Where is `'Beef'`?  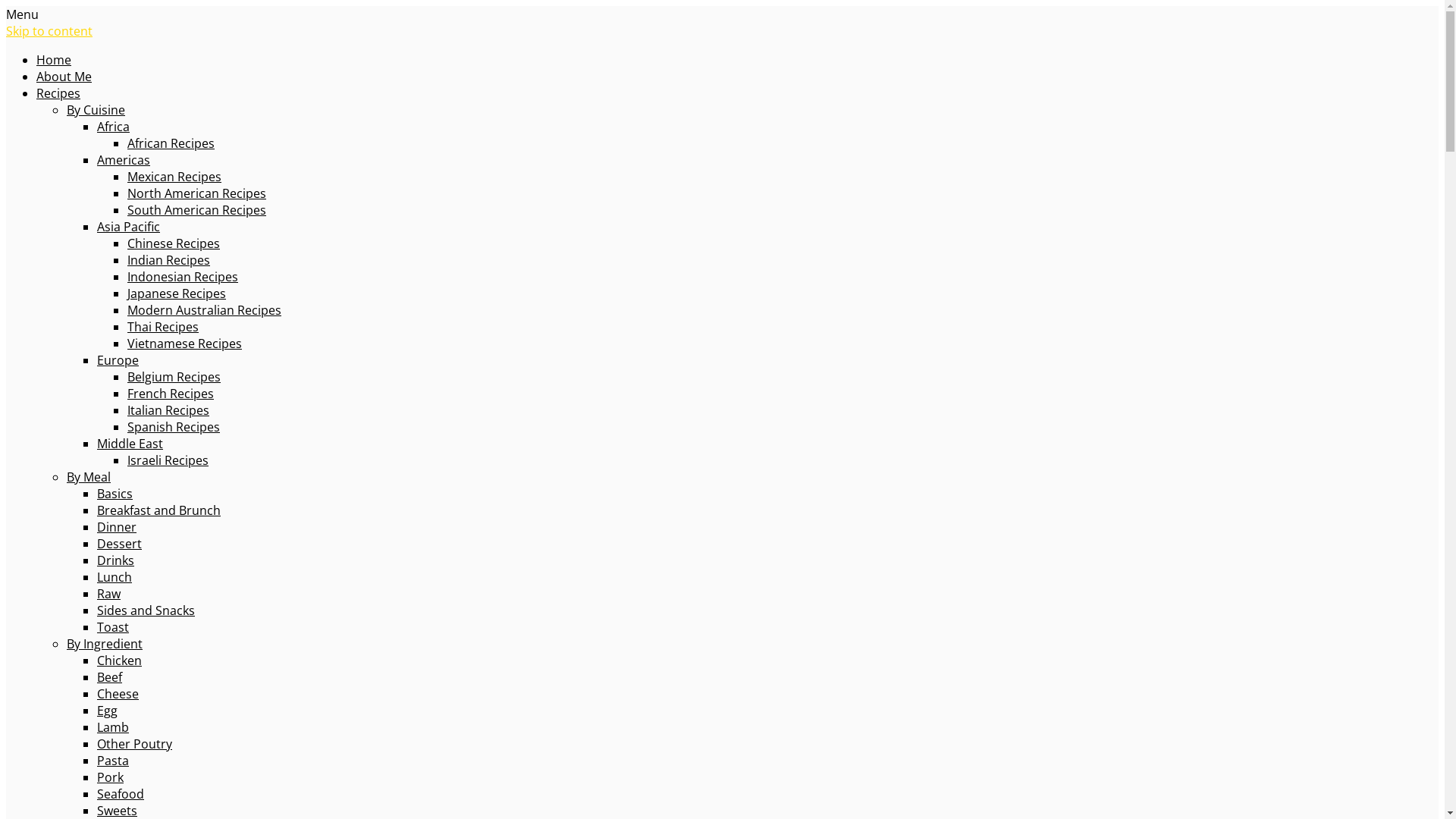 'Beef' is located at coordinates (108, 676).